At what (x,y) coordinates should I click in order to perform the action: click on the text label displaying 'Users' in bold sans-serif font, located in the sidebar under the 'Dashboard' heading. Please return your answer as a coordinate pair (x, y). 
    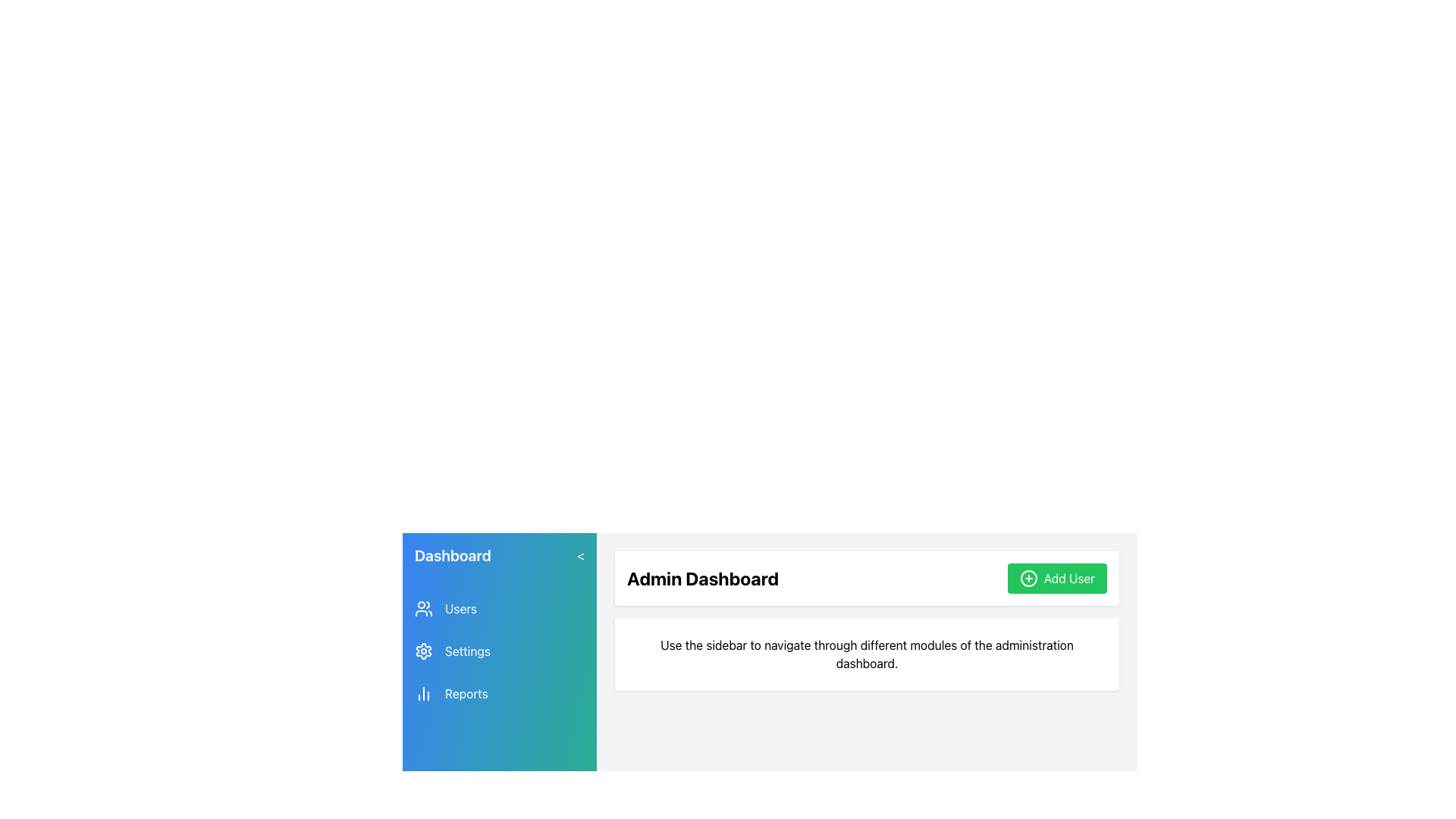
    Looking at the image, I should click on (460, 607).